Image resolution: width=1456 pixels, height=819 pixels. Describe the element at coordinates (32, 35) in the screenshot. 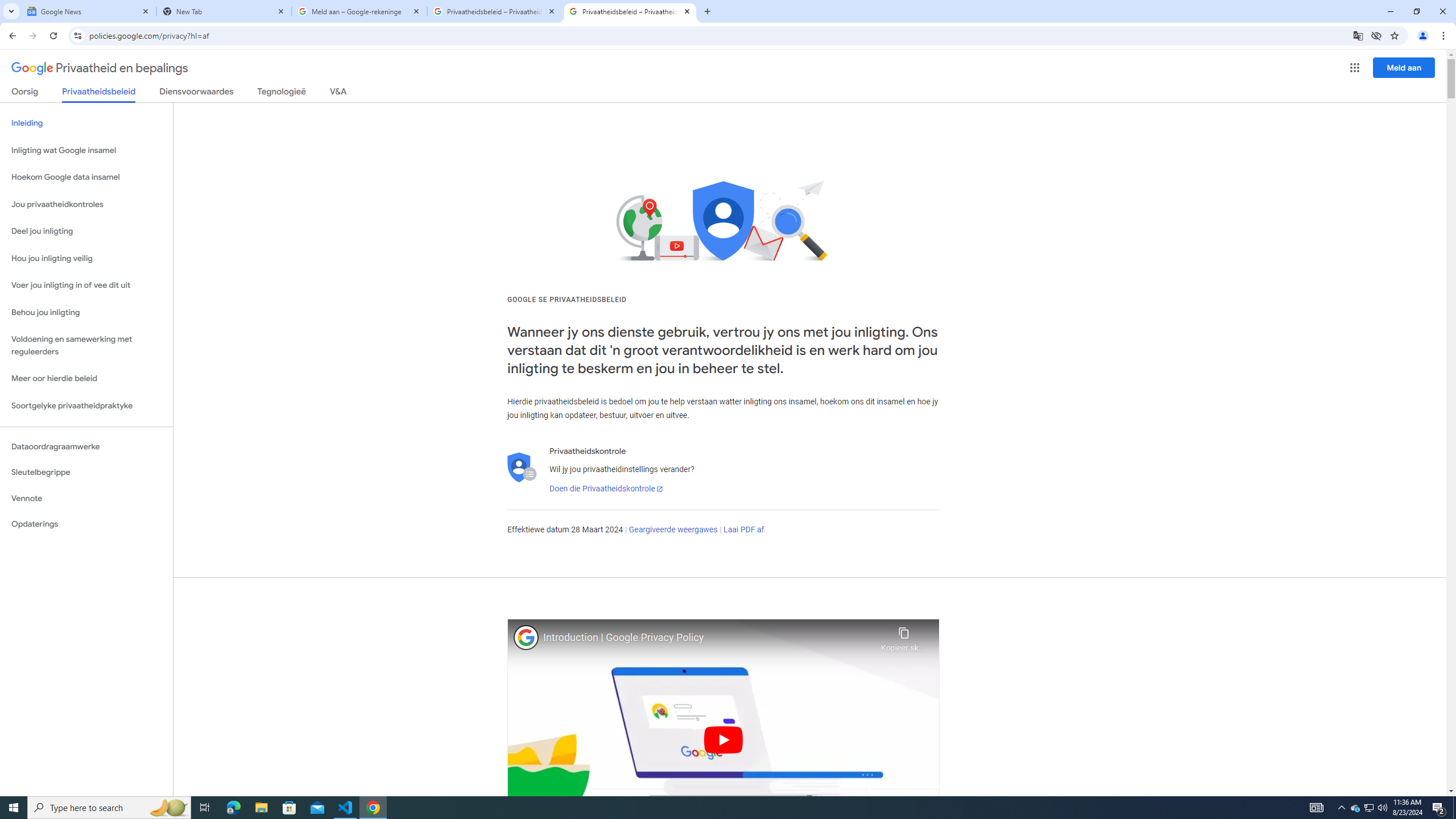

I see `'Forward'` at that location.